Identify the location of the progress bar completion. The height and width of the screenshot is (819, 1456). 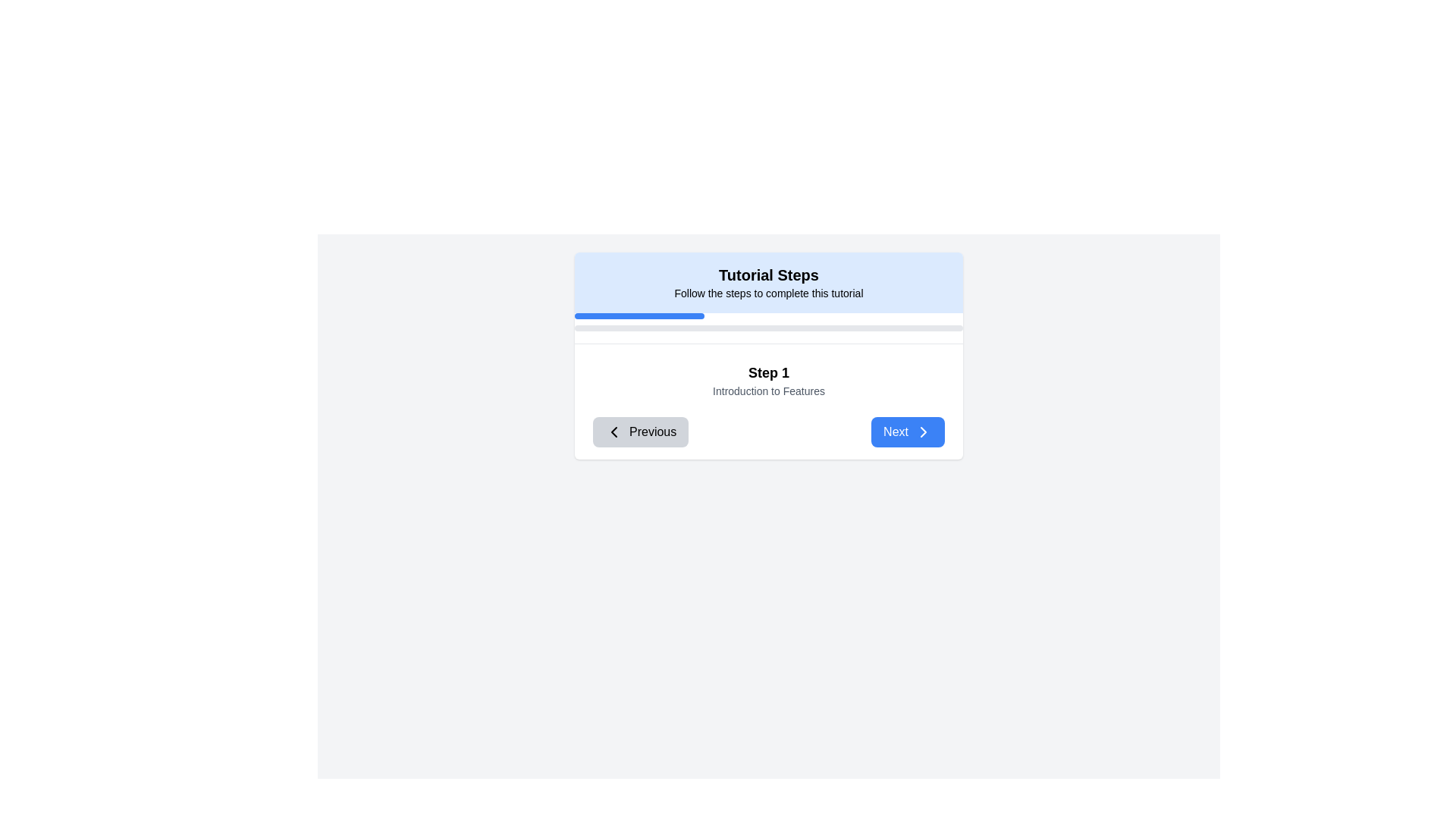
(698, 327).